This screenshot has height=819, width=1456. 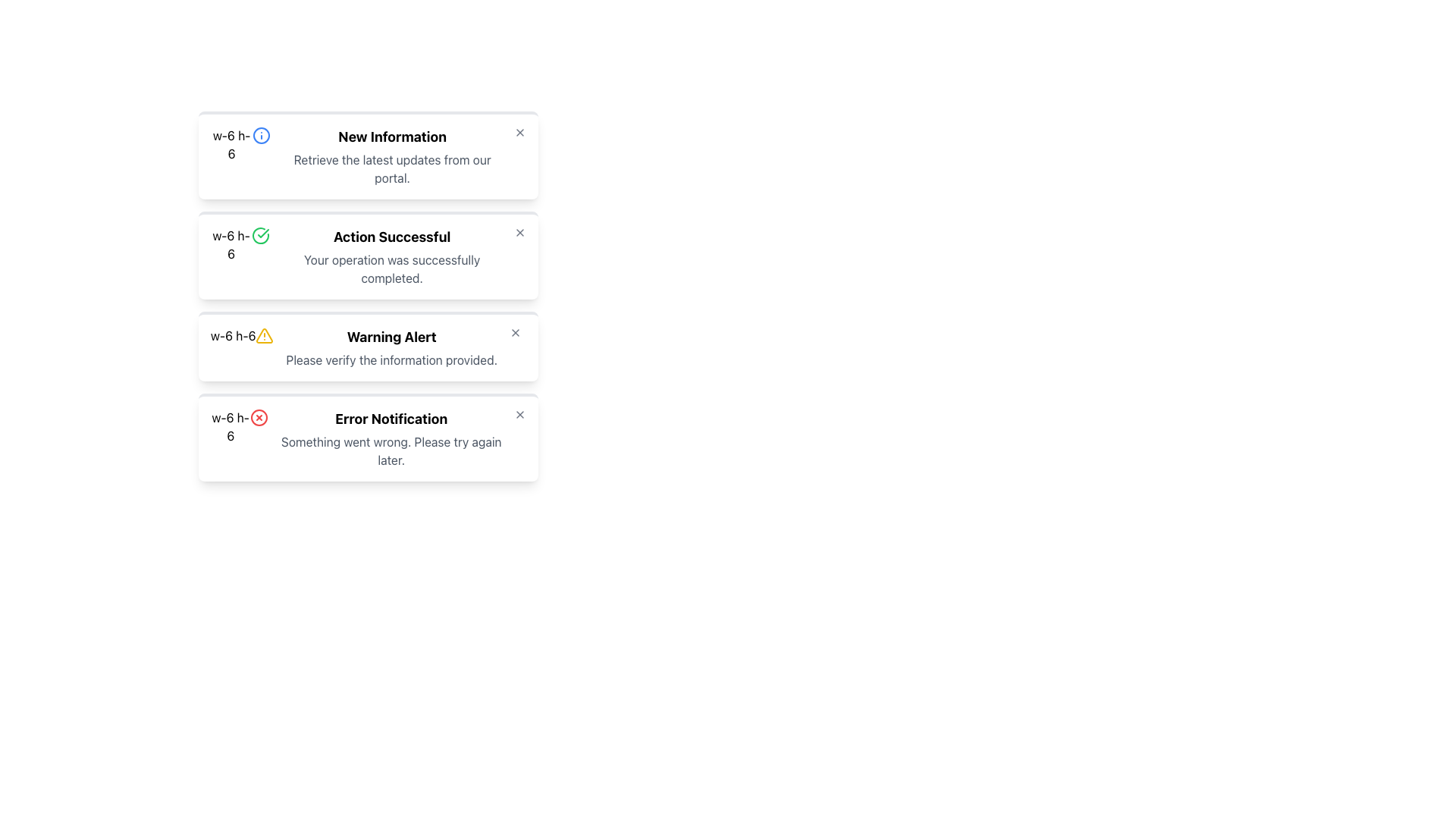 What do you see at coordinates (391, 450) in the screenshot?
I see `message displayed in the text element that says 'Something went wrong. Please try again later.' located beneath the 'Error Notification' title` at bounding box center [391, 450].